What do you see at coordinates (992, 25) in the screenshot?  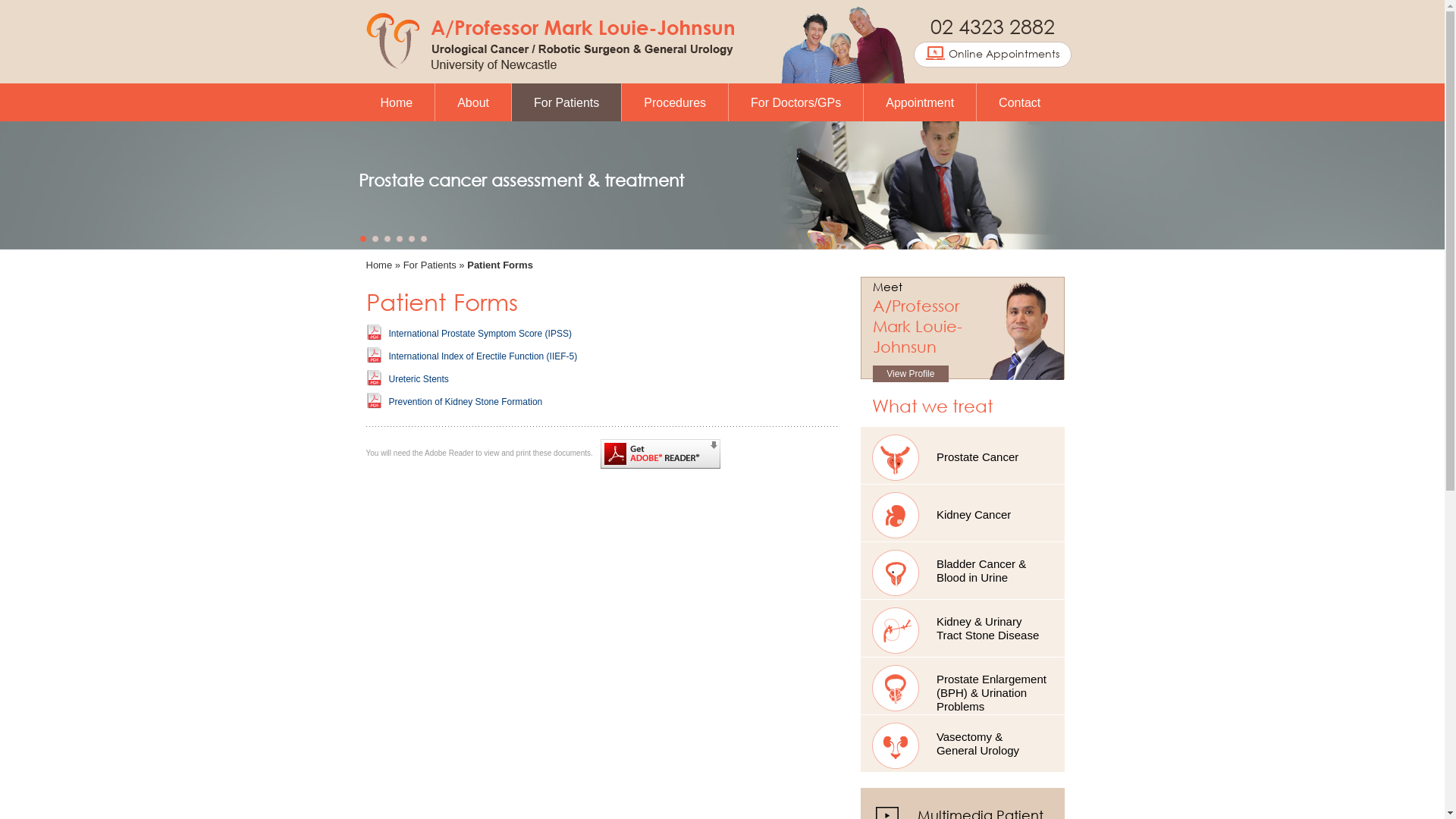 I see `'02 4323 2882'` at bounding box center [992, 25].